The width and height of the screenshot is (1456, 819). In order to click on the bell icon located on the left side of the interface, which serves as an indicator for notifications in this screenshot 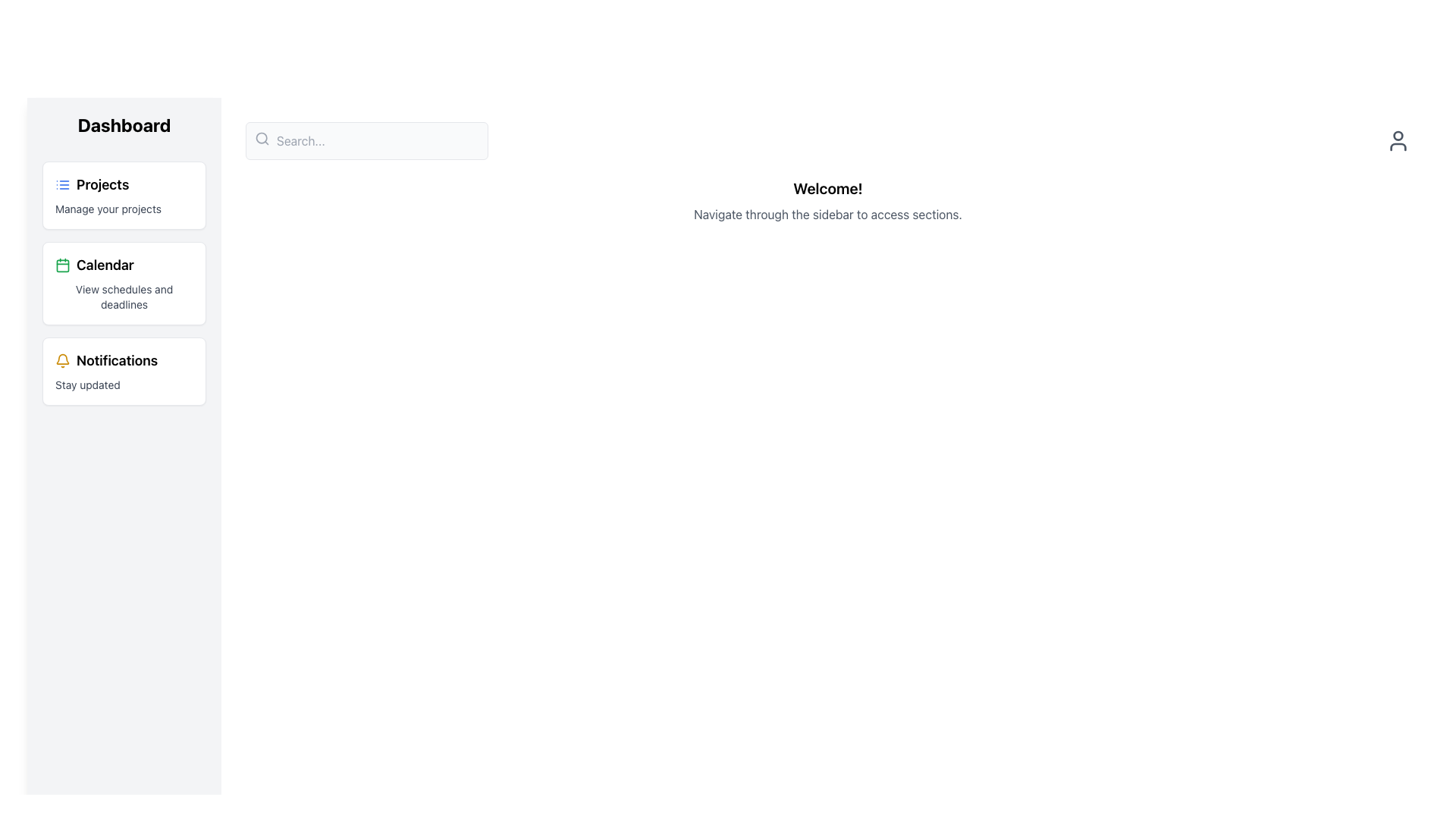, I will do `click(61, 360)`.